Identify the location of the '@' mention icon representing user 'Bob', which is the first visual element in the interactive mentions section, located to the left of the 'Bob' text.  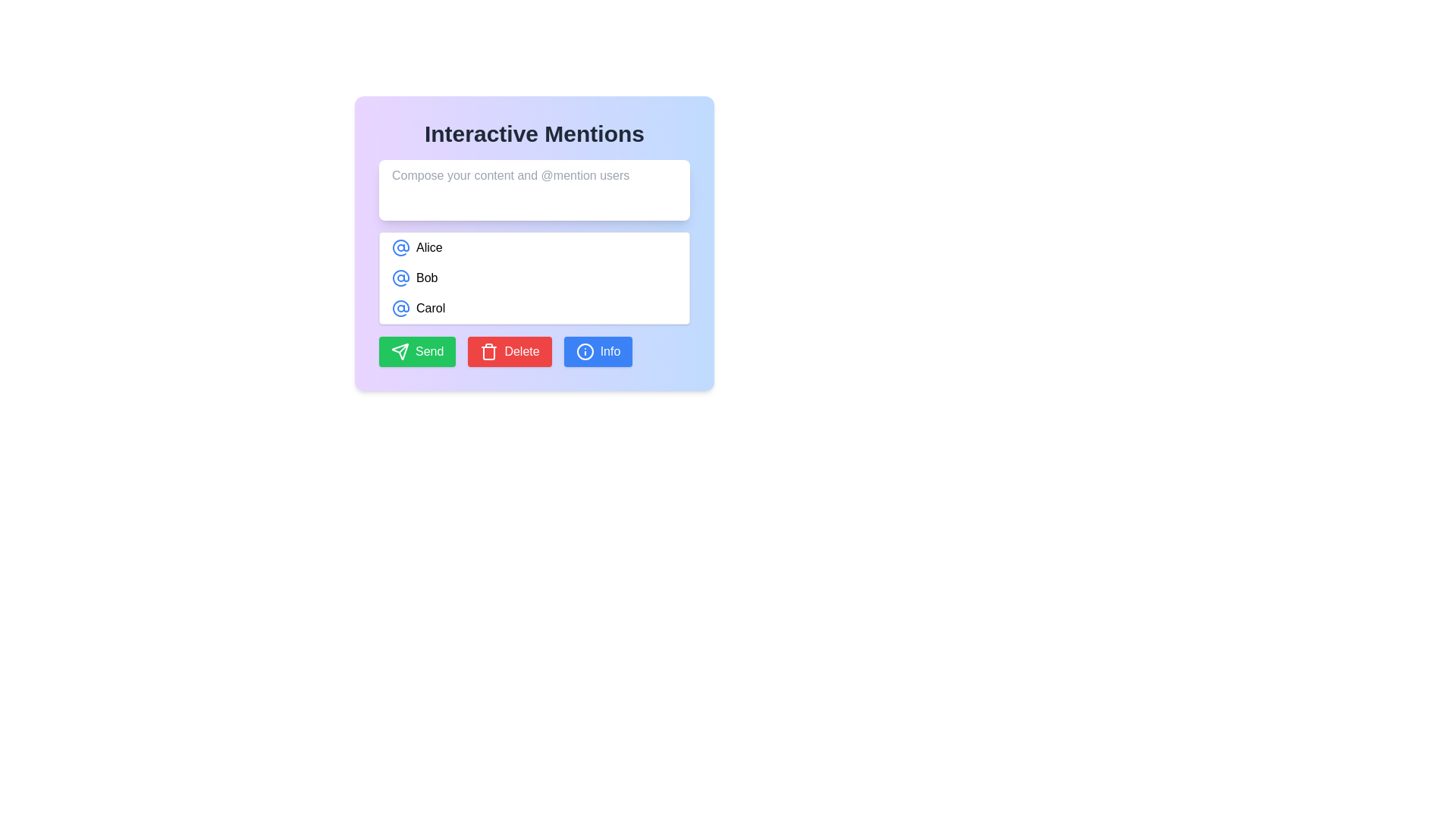
(400, 278).